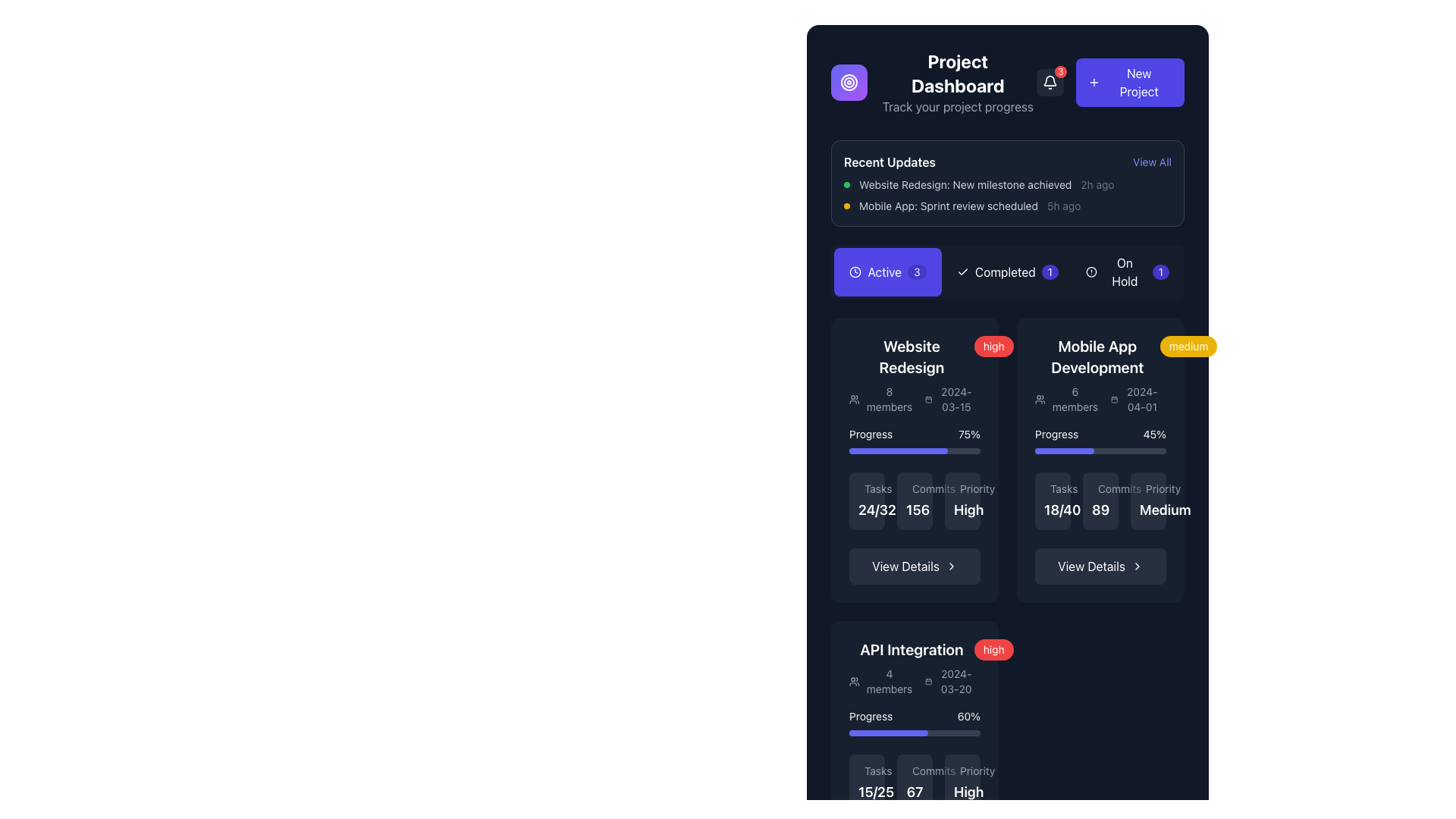 Image resolution: width=1456 pixels, height=819 pixels. Describe the element at coordinates (957, 73) in the screenshot. I see `the title text element located at the top-center of the interface, which indicates the content or purpose of the displayed section` at that location.